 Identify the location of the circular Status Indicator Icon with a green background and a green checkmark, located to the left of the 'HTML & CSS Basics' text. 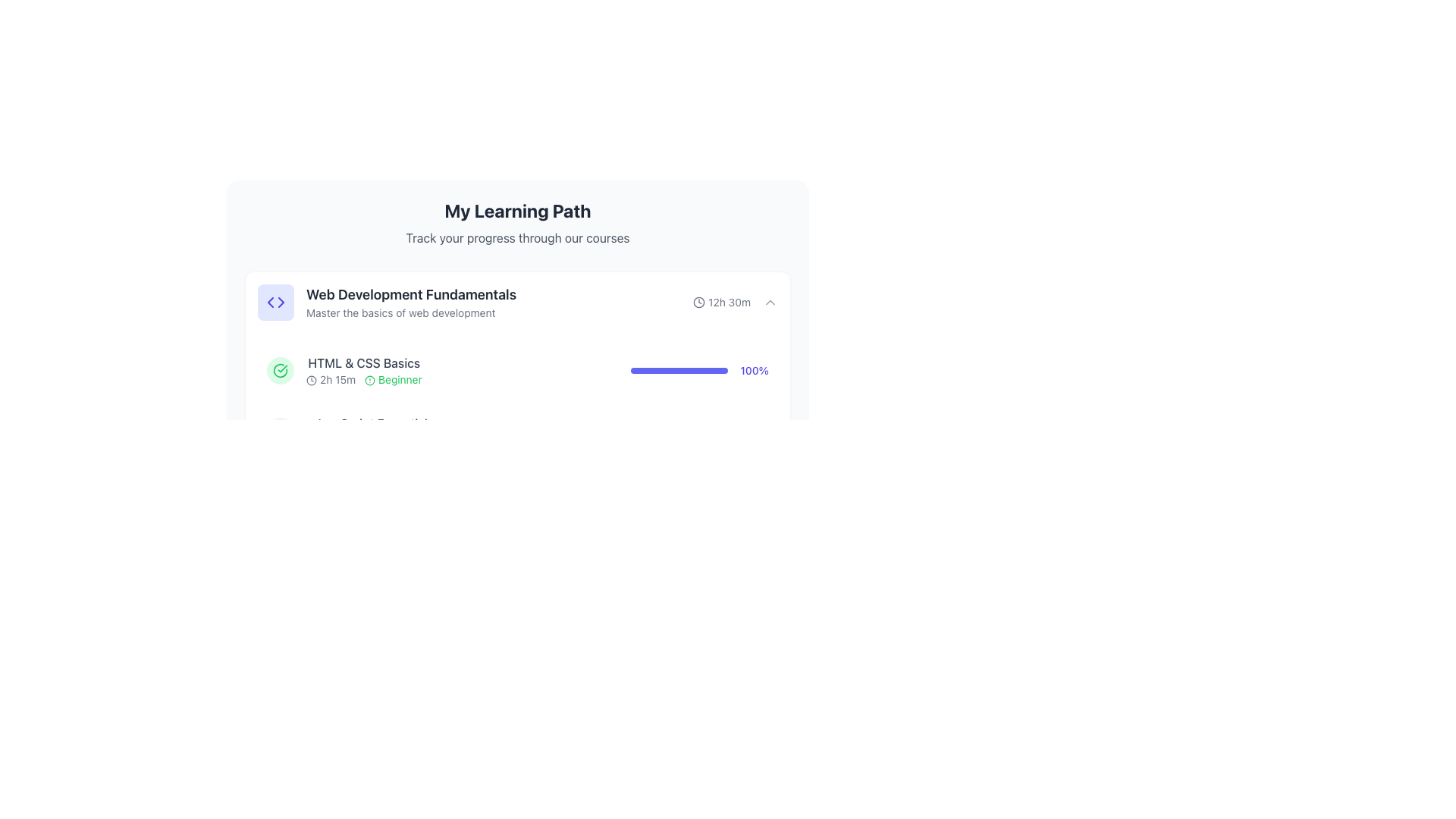
(280, 371).